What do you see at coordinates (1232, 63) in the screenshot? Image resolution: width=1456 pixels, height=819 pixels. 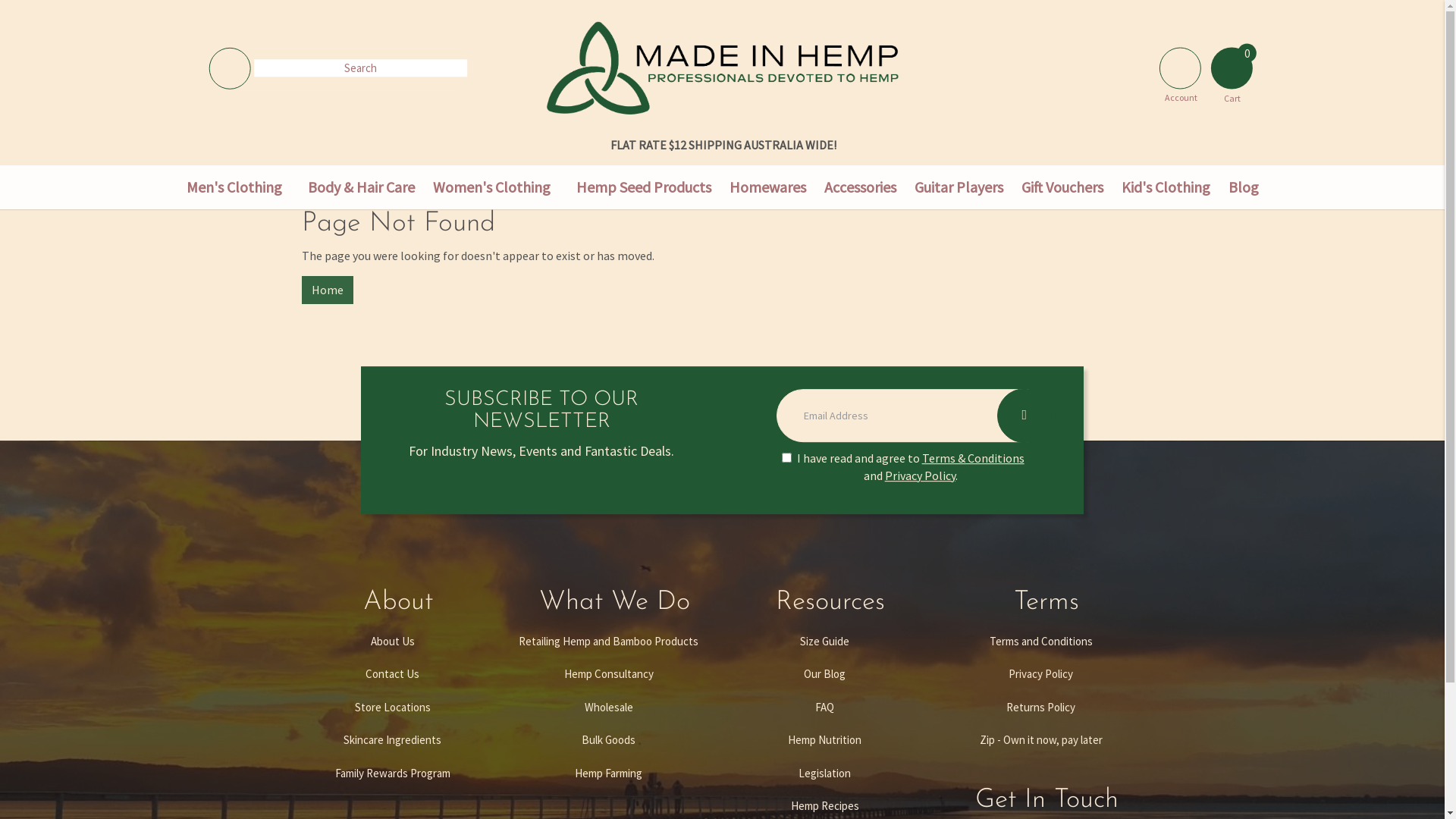 I see `'0` at bounding box center [1232, 63].